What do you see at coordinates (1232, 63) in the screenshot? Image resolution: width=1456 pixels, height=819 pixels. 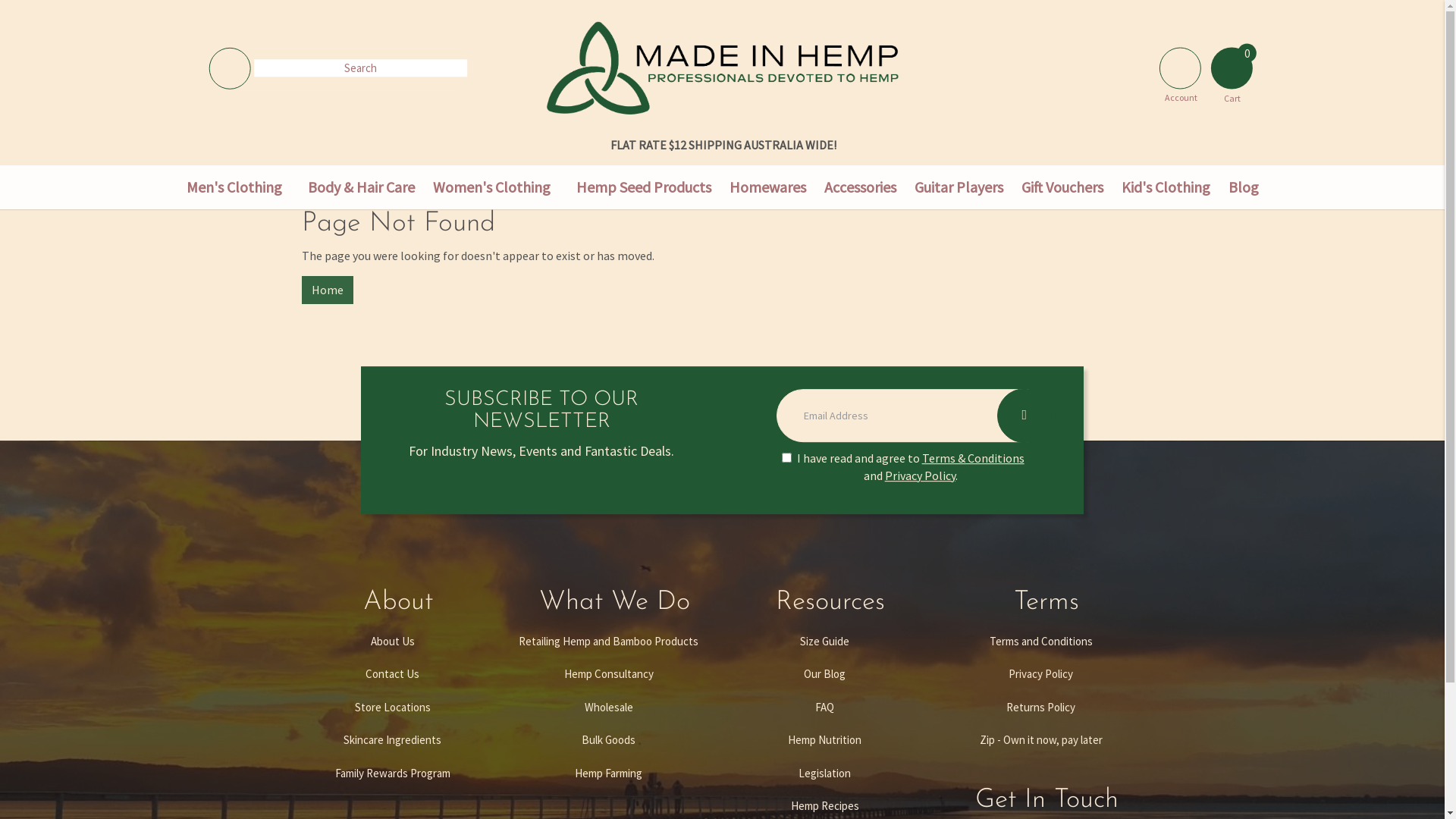 I see `'0` at bounding box center [1232, 63].